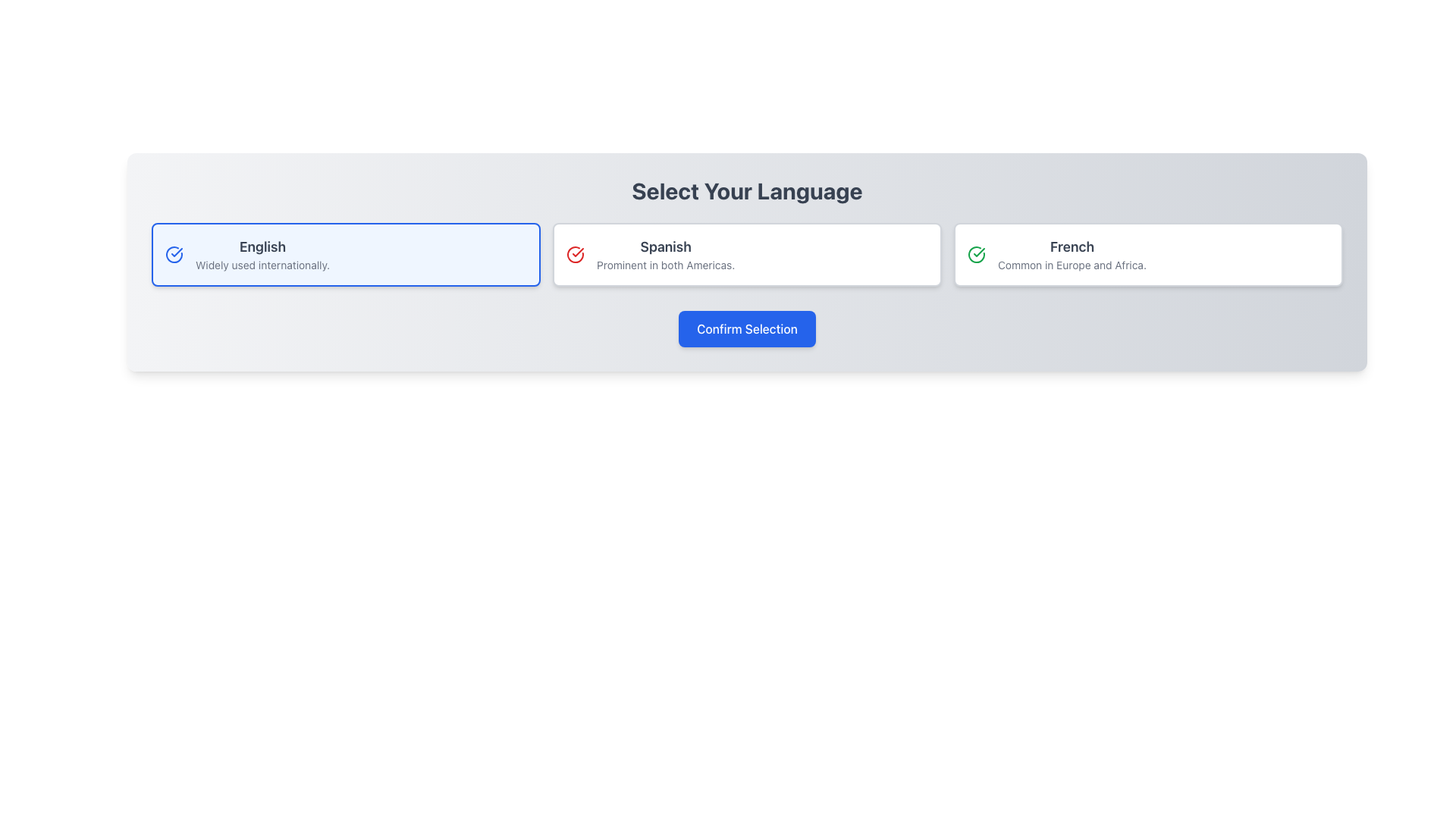 This screenshot has height=819, width=1456. What do you see at coordinates (976, 253) in the screenshot?
I see `the checkmark icon indicating the selection of the 'French' language option` at bounding box center [976, 253].